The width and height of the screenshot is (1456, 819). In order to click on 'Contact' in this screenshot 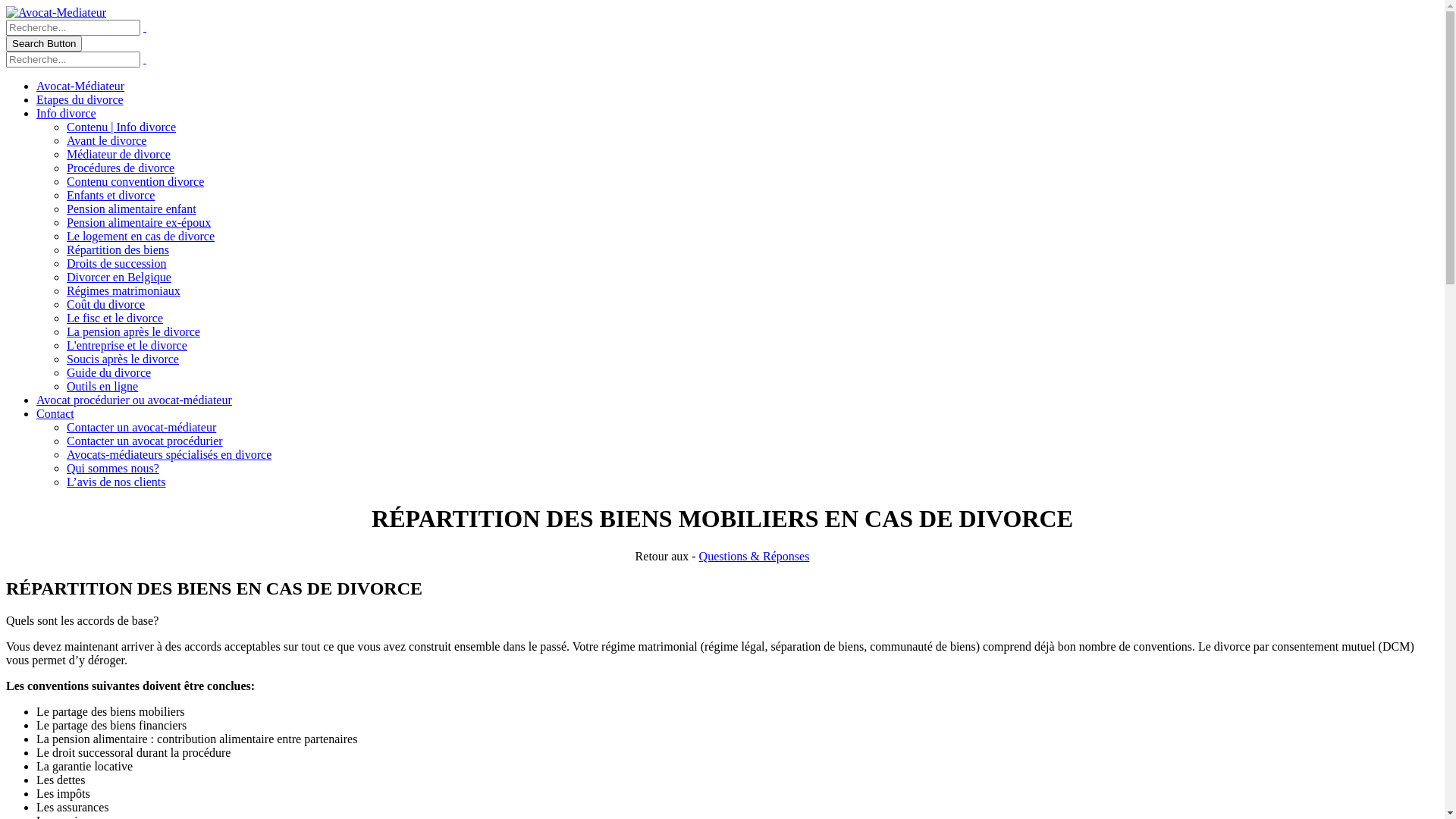, I will do `click(36, 413)`.